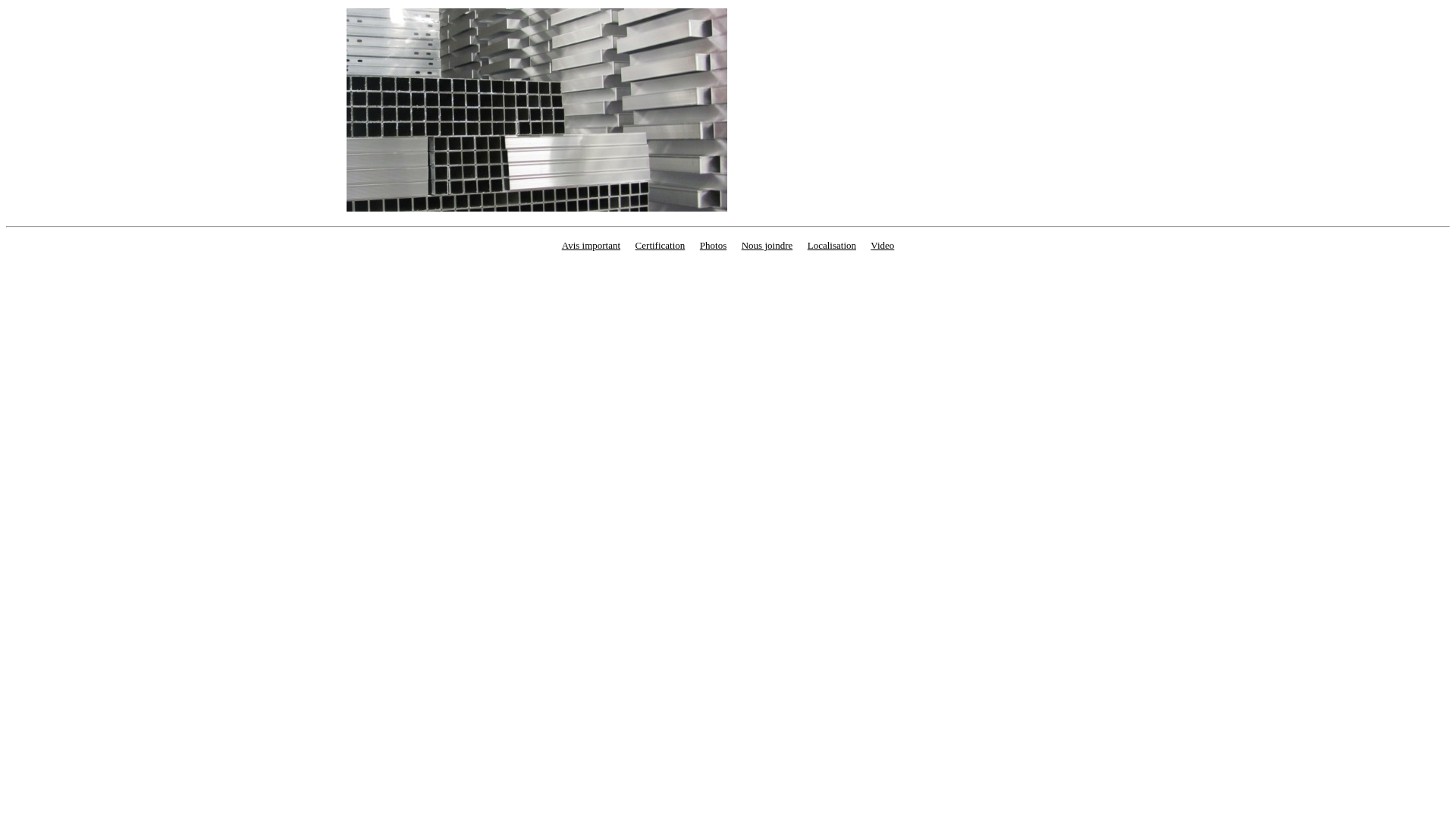 This screenshot has height=819, width=1456. What do you see at coordinates (660, 244) in the screenshot?
I see `'Certification'` at bounding box center [660, 244].